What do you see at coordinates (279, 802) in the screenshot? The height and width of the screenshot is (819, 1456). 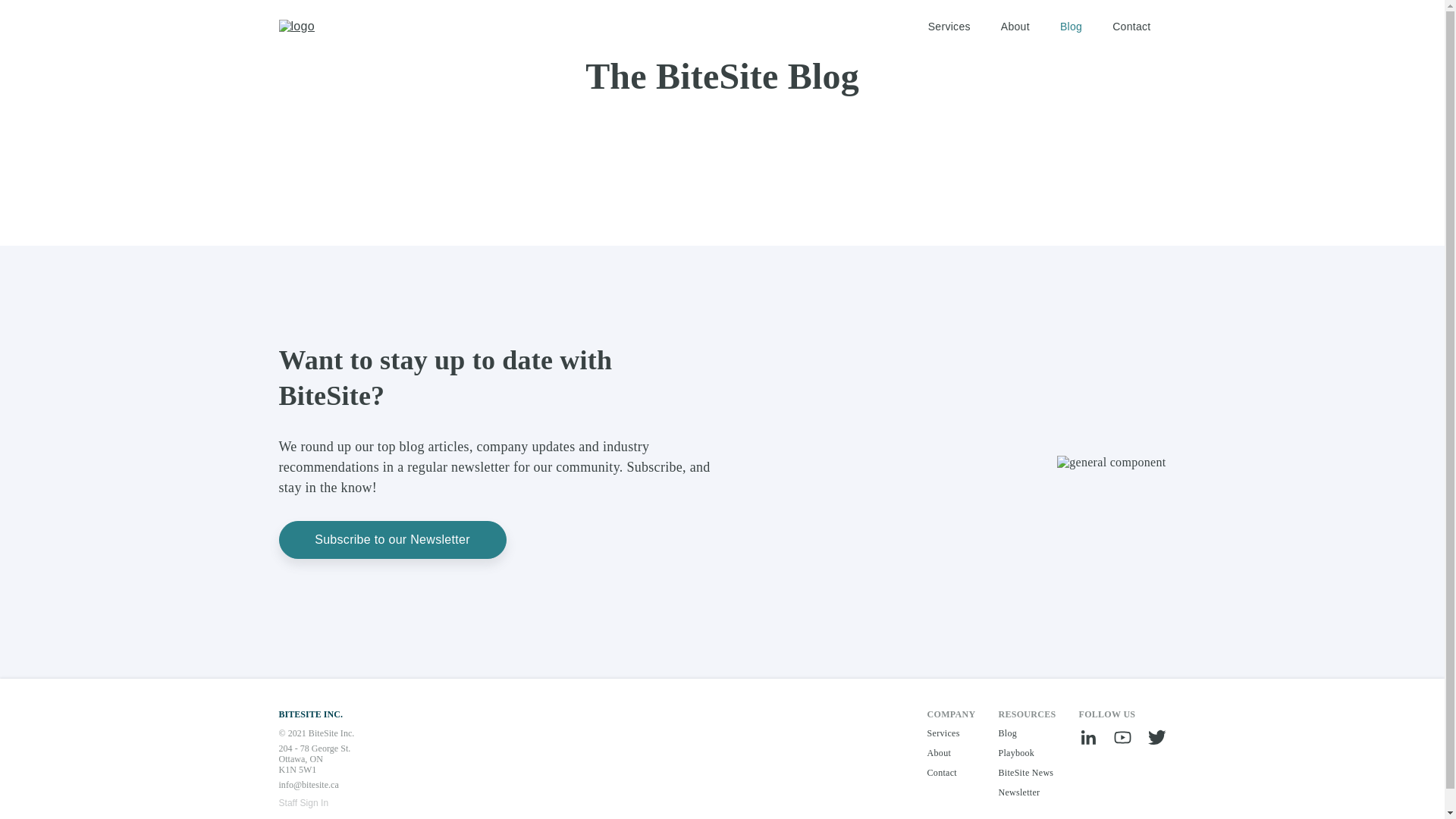 I see `'Staff Sign In'` at bounding box center [279, 802].